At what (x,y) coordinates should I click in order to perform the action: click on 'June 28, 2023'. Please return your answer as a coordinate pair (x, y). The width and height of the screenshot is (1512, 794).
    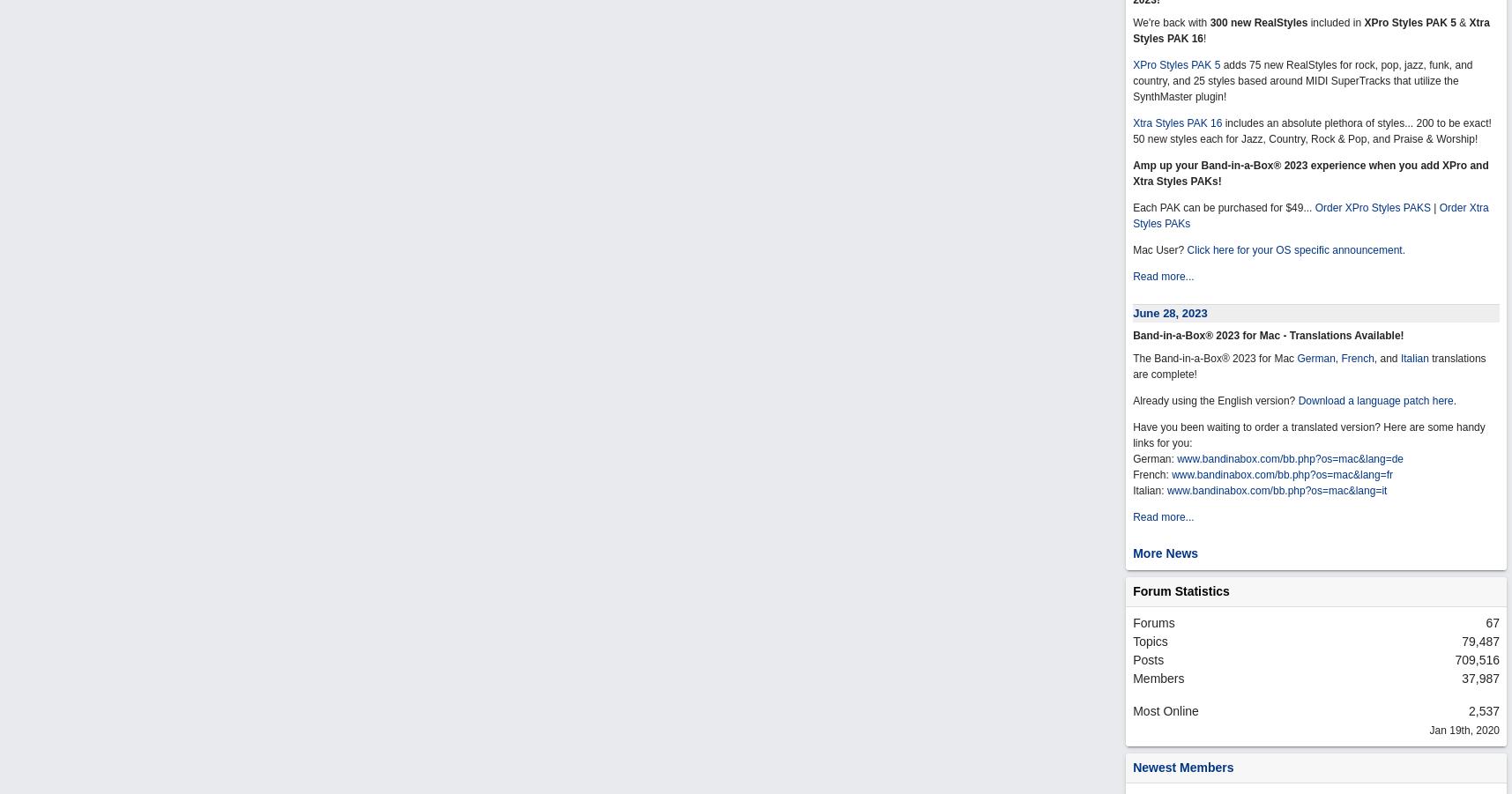
    Looking at the image, I should click on (1132, 313).